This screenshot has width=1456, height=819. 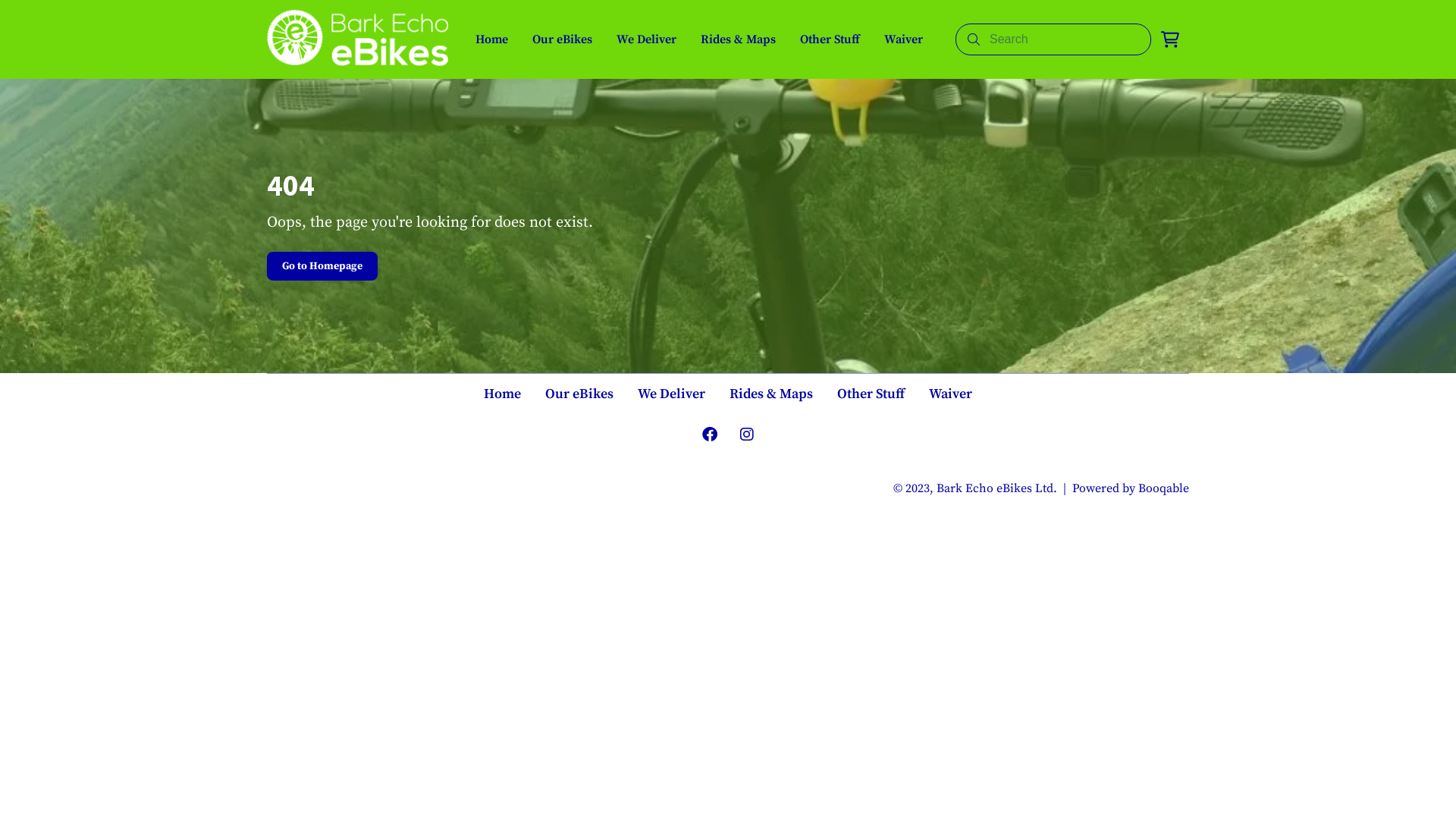 What do you see at coordinates (502, 394) in the screenshot?
I see `'Home'` at bounding box center [502, 394].